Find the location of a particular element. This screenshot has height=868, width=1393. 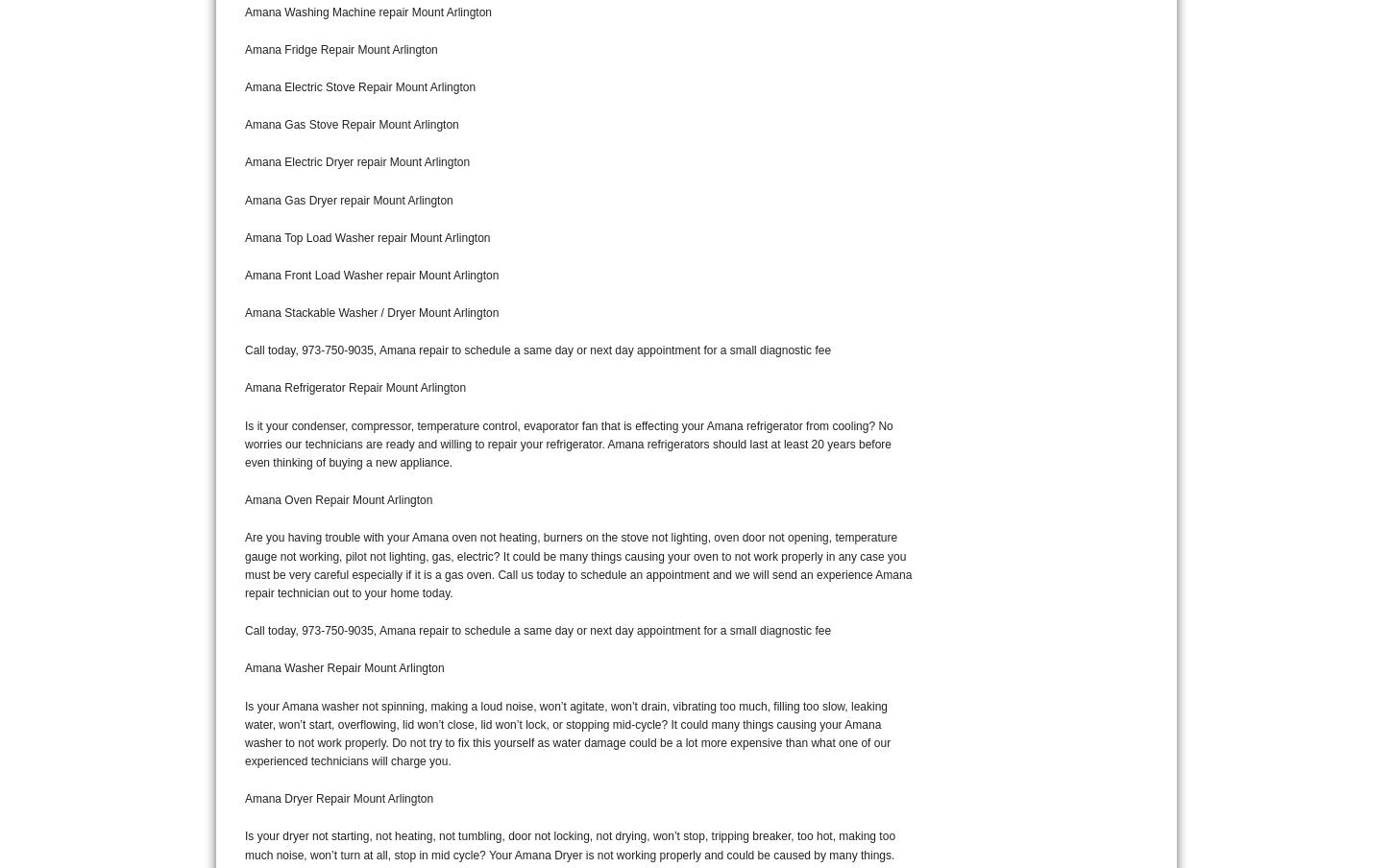

'Amana Gas Stove Repair Mount Arlington' is located at coordinates (350, 123).